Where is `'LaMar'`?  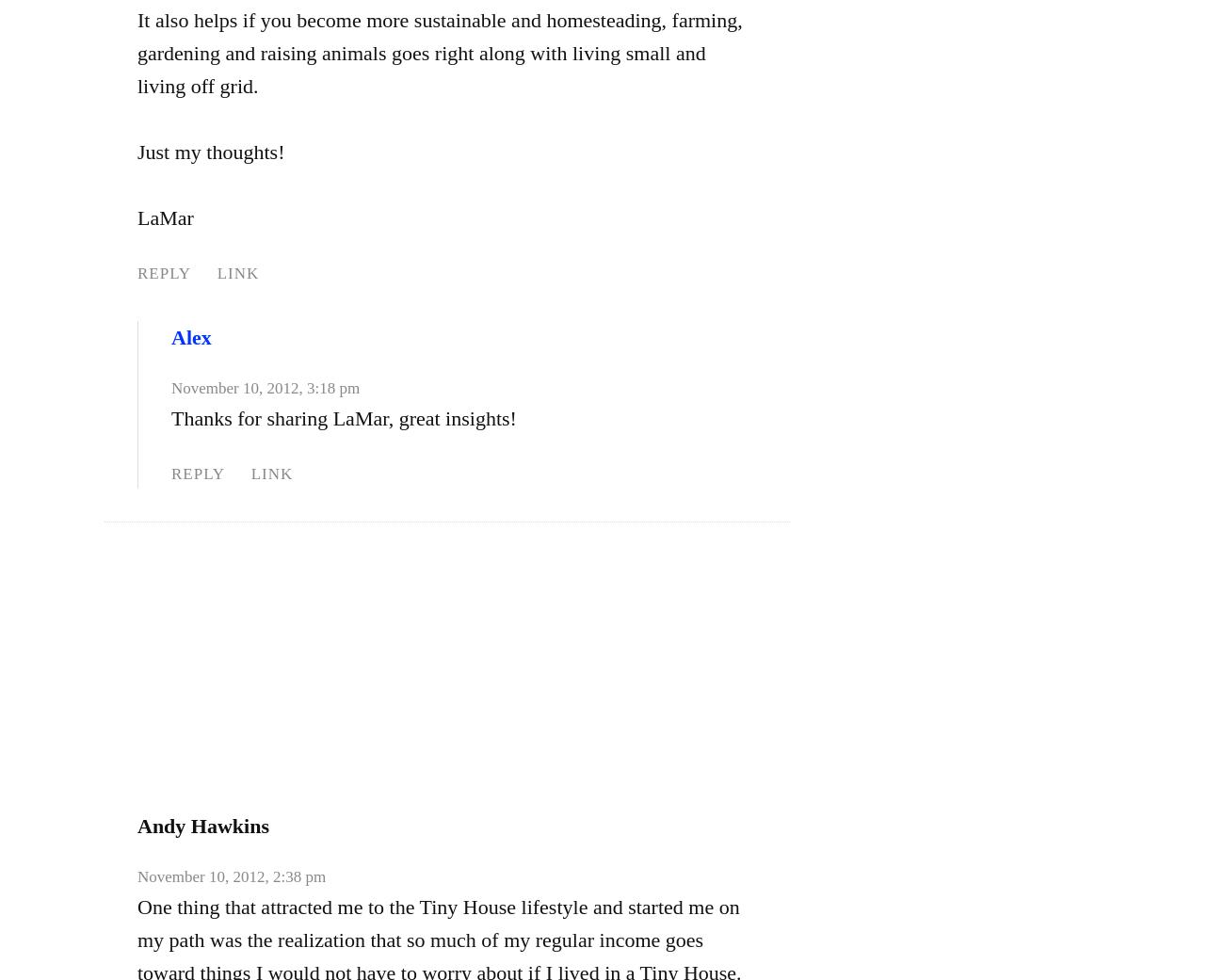 'LaMar' is located at coordinates (165, 217).